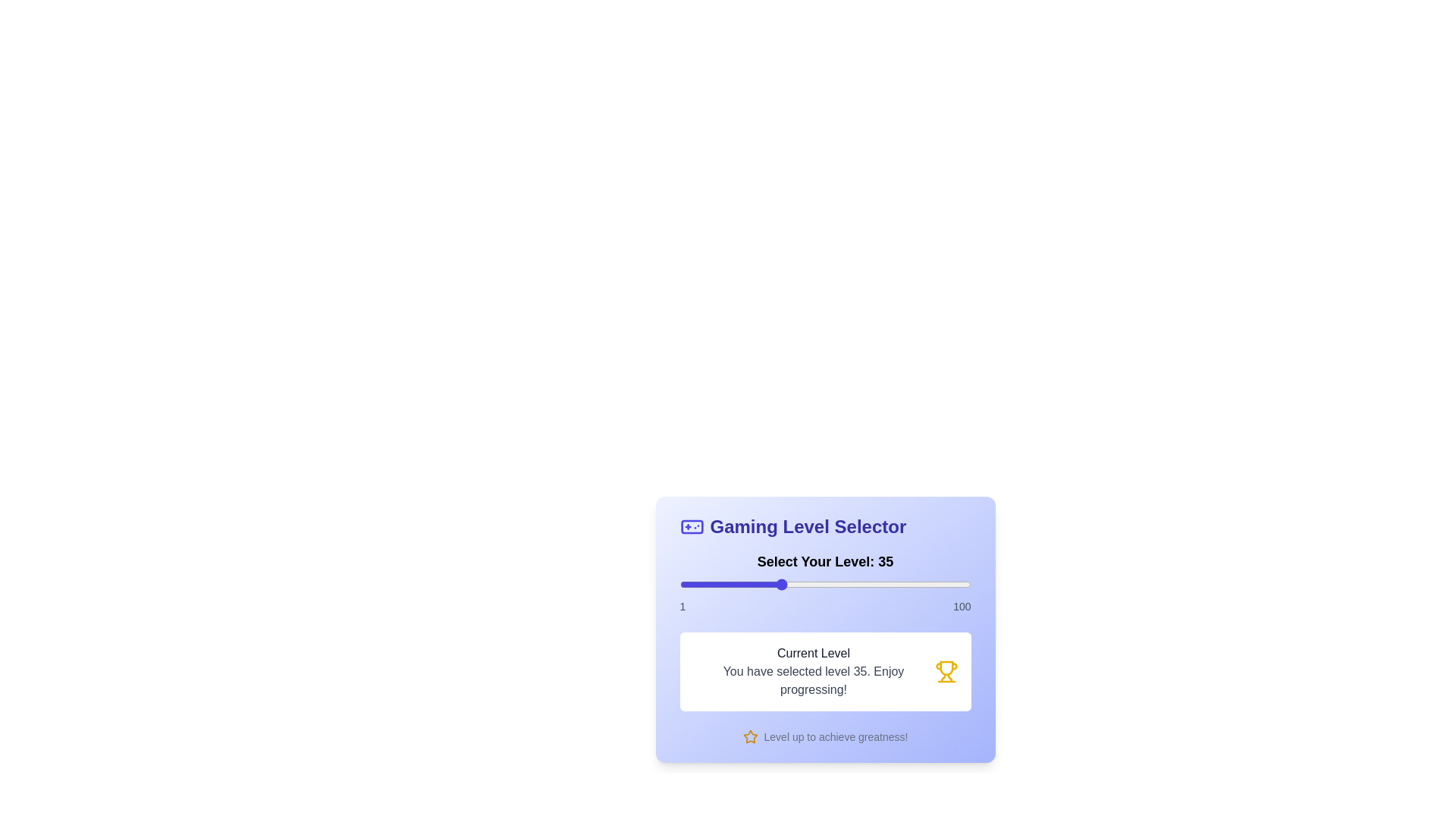 This screenshot has width=1456, height=819. What do you see at coordinates (909, 584) in the screenshot?
I see `the level` at bounding box center [909, 584].